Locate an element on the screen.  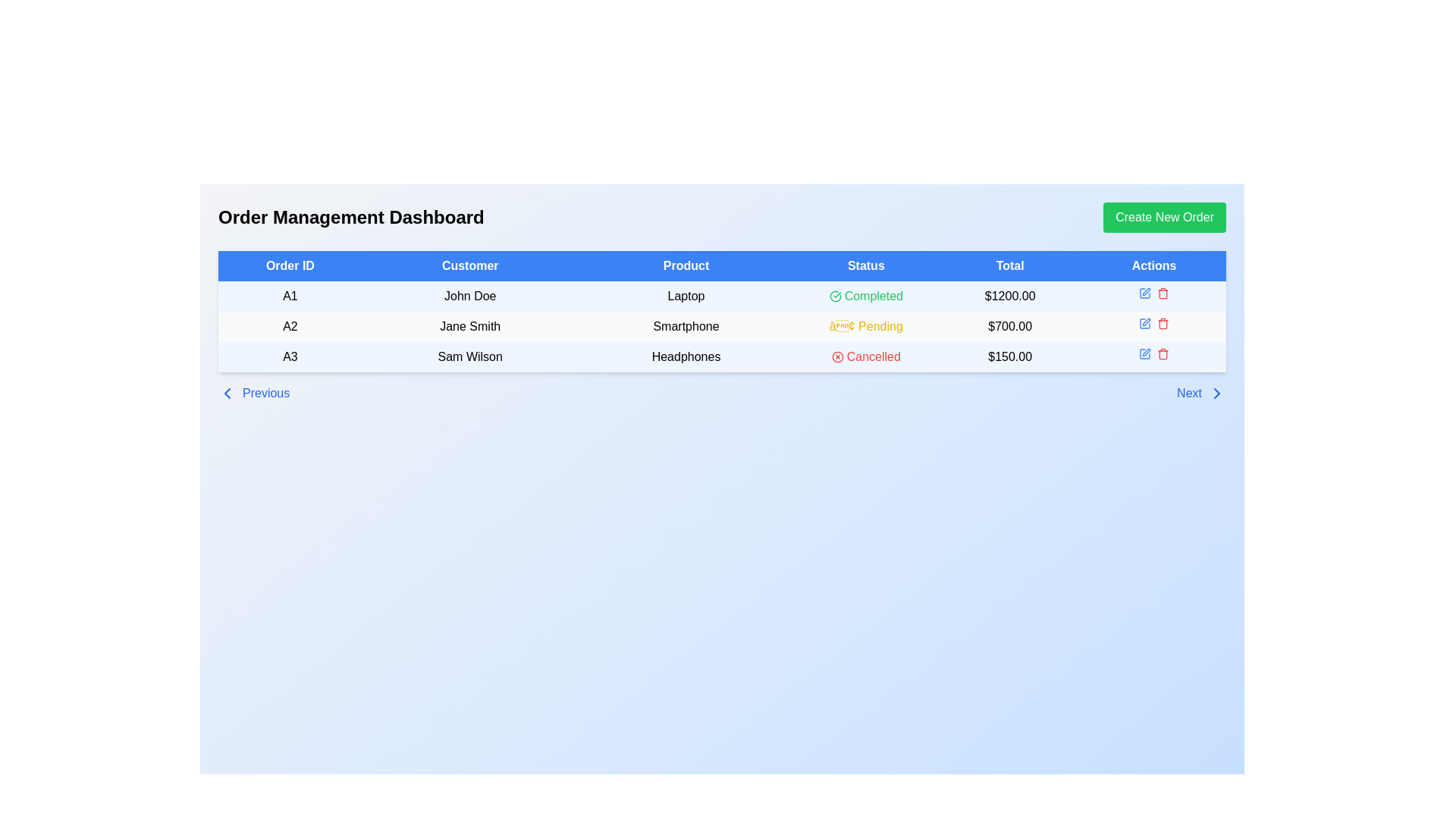
the blue rectangular table header cell containing the text 'Product' in white, centered and bold, which is the third column in a table header row is located at coordinates (686, 265).